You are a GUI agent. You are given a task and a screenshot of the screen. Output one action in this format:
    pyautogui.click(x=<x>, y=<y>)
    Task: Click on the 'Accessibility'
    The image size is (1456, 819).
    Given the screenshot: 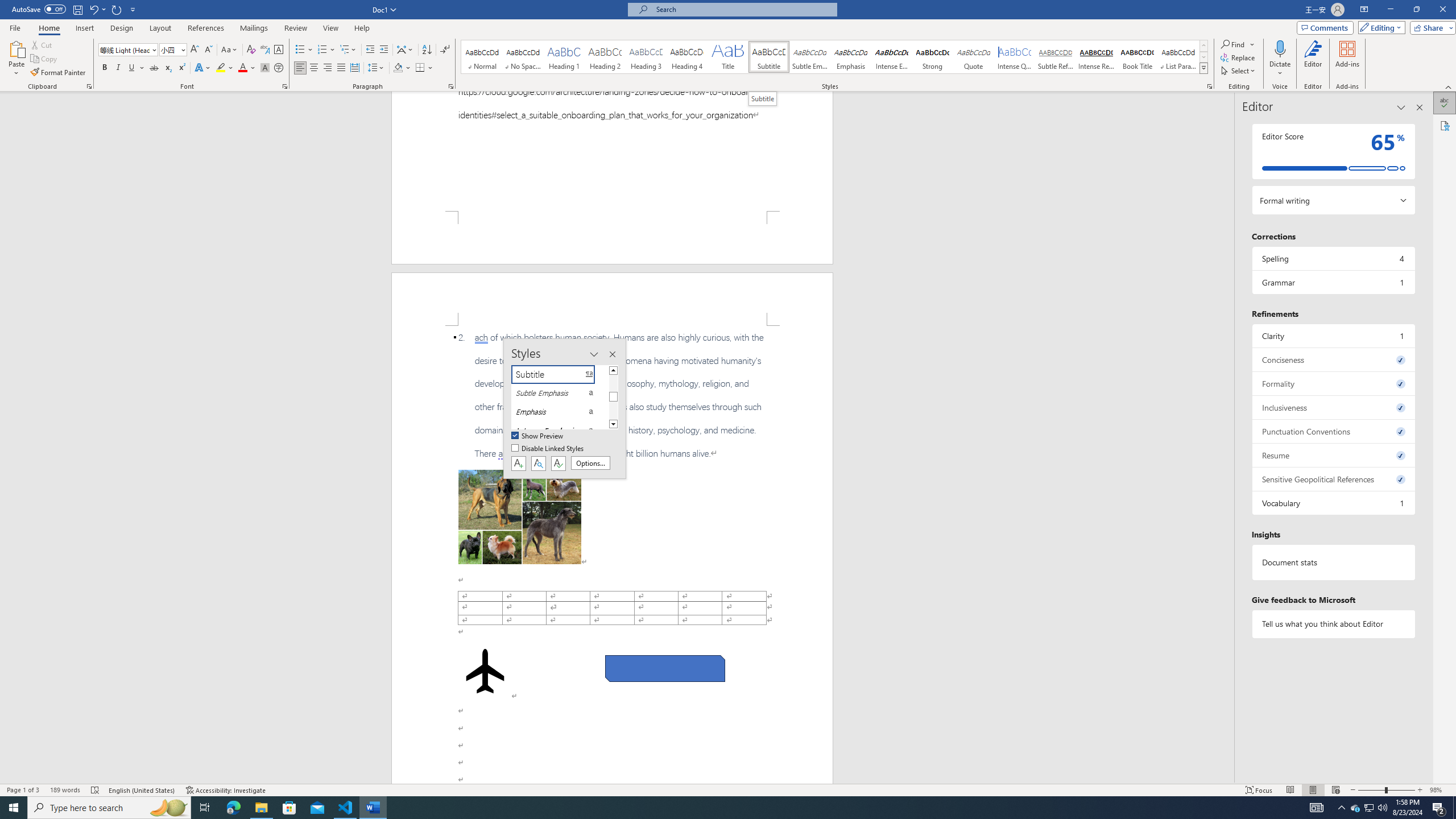 What is the action you would take?
    pyautogui.click(x=1444, y=126)
    